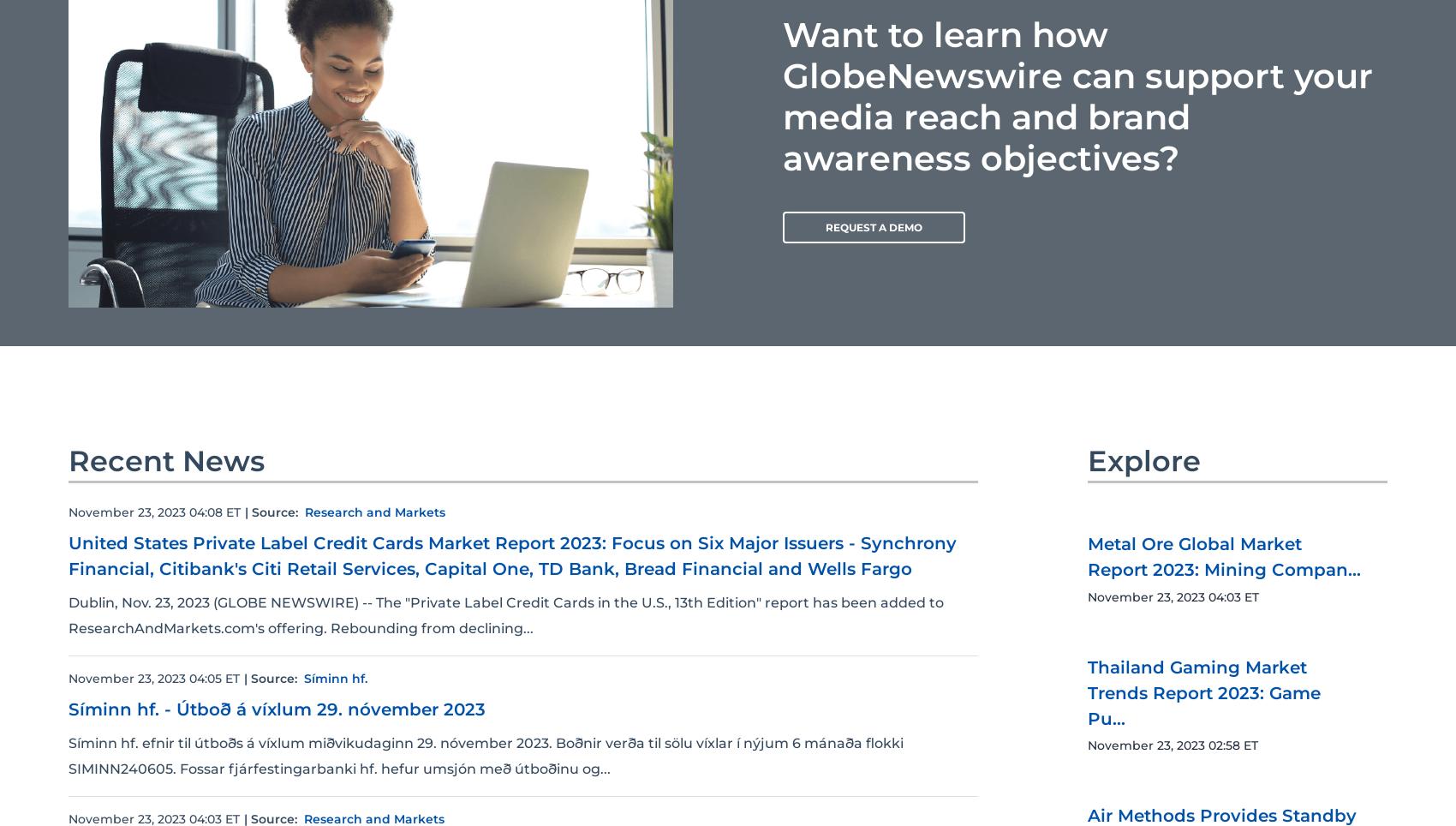 The width and height of the screenshot is (1456, 826). I want to click on 'Dublin, Nov.  23, 2023  (GLOBE NEWSWIRE) -- The "Private Label Credit Cards in the U.S., 13th Edition" report has been added to  ResearchAndMarkets.com's offering.   Rebounding from declining...', so click(69, 615).